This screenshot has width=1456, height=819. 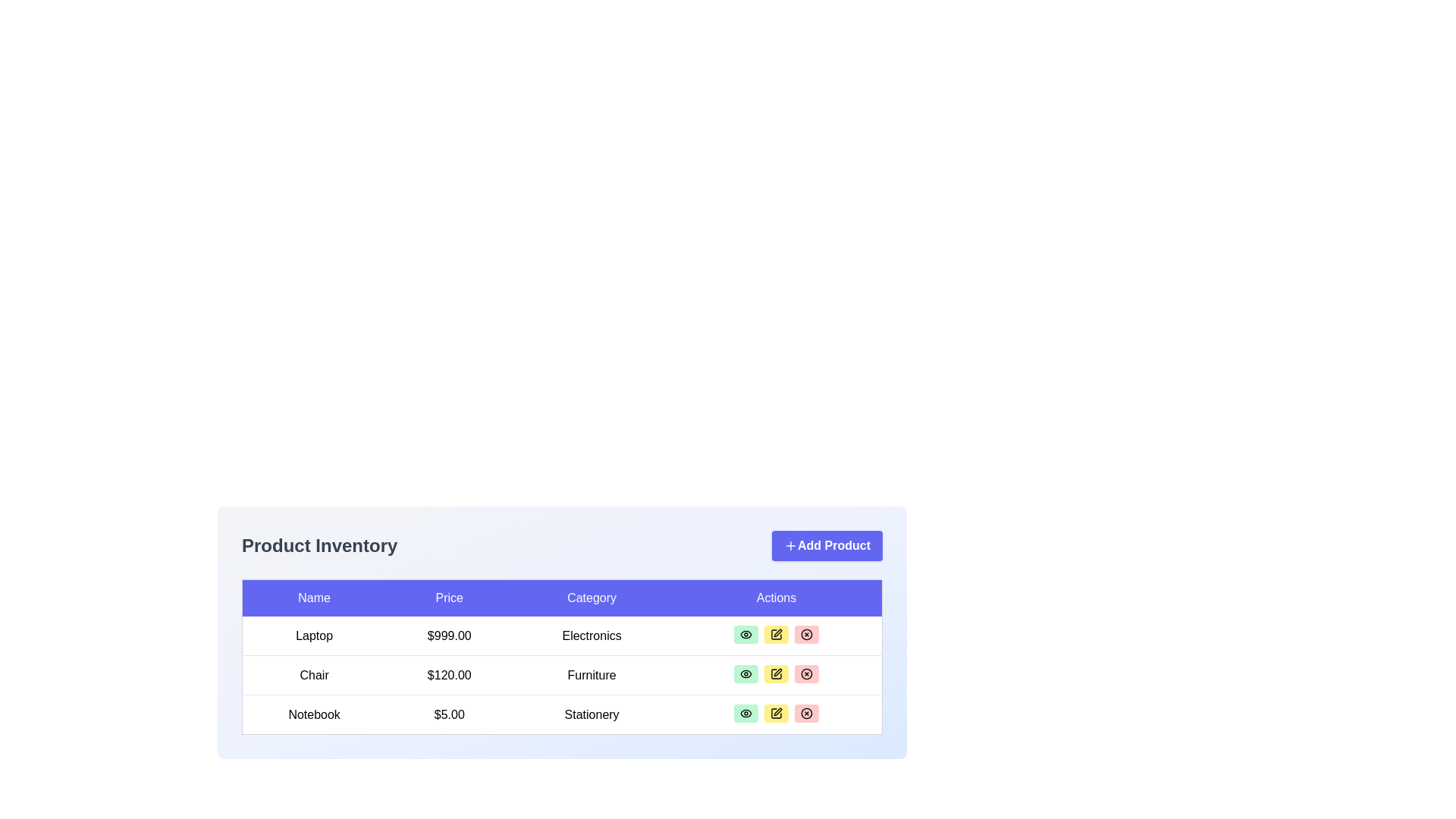 What do you see at coordinates (591, 674) in the screenshot?
I see `the text label displaying the product category for 'Chair' in the table row` at bounding box center [591, 674].